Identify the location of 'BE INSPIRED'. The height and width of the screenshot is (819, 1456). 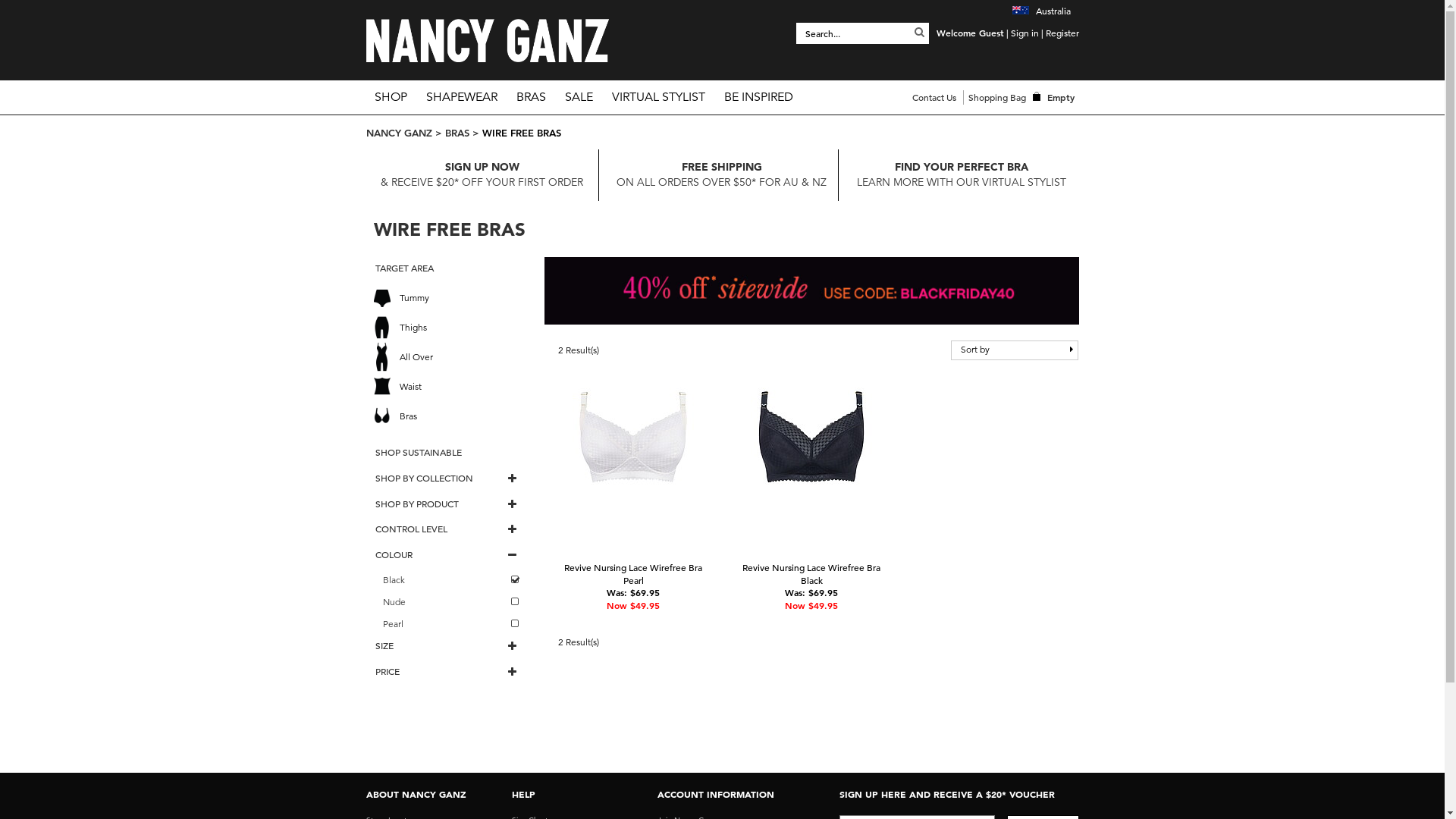
(758, 96).